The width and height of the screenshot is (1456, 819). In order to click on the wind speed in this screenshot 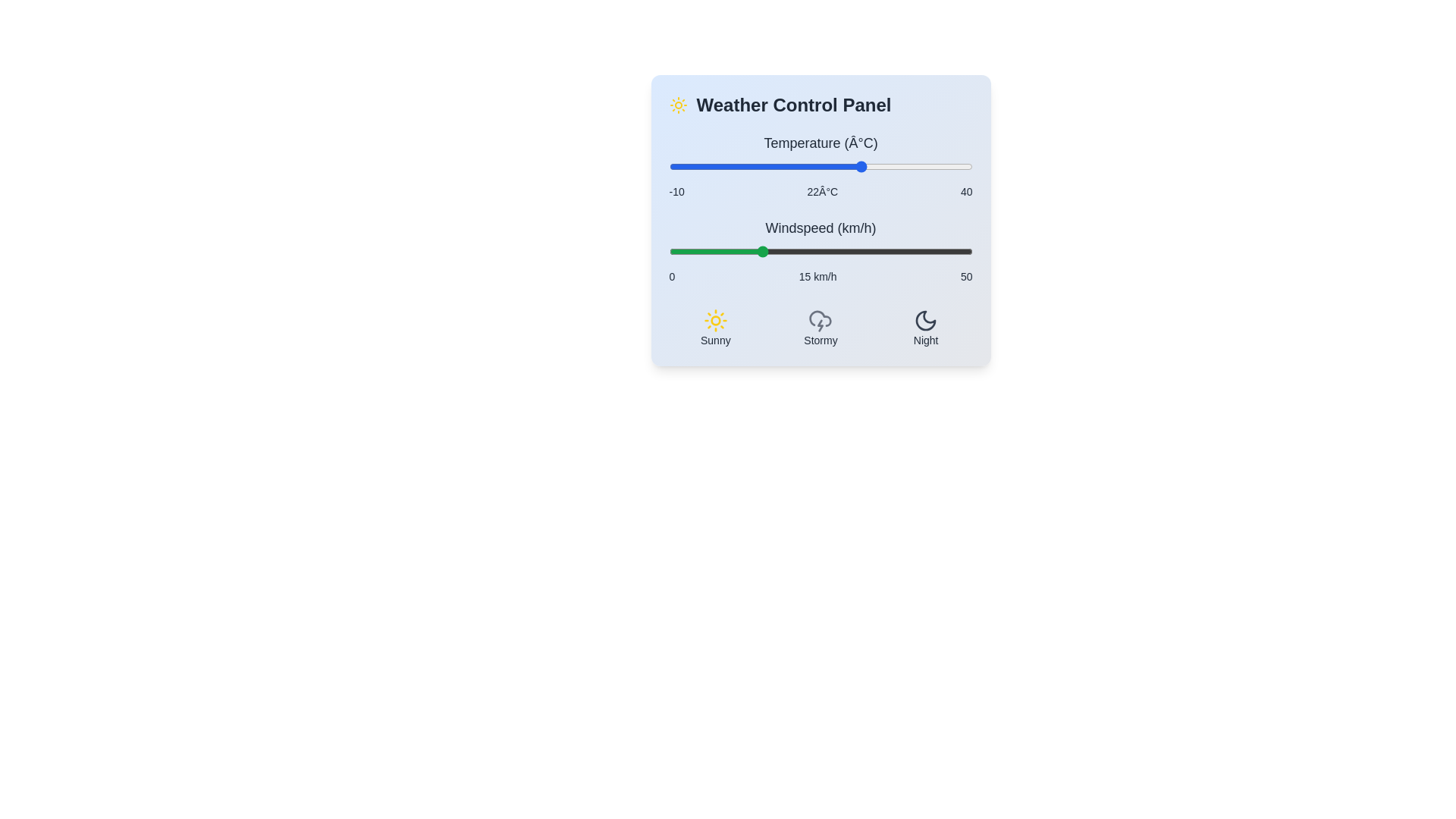, I will do `click(778, 250)`.